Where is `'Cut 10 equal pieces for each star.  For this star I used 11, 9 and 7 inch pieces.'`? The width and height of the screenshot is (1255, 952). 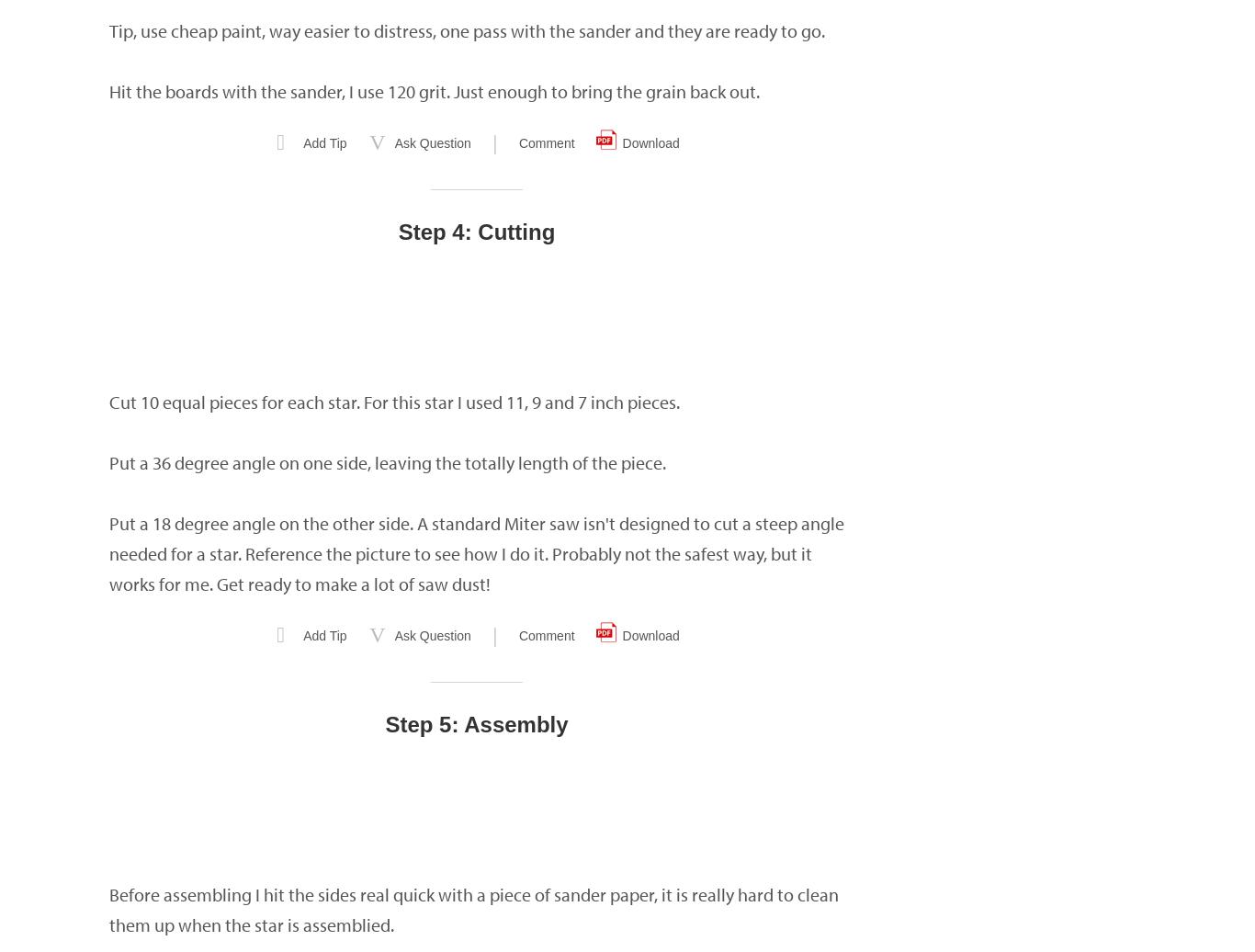
'Cut 10 equal pieces for each star.  For this star I used 11, 9 and 7 inch pieces.' is located at coordinates (393, 402).